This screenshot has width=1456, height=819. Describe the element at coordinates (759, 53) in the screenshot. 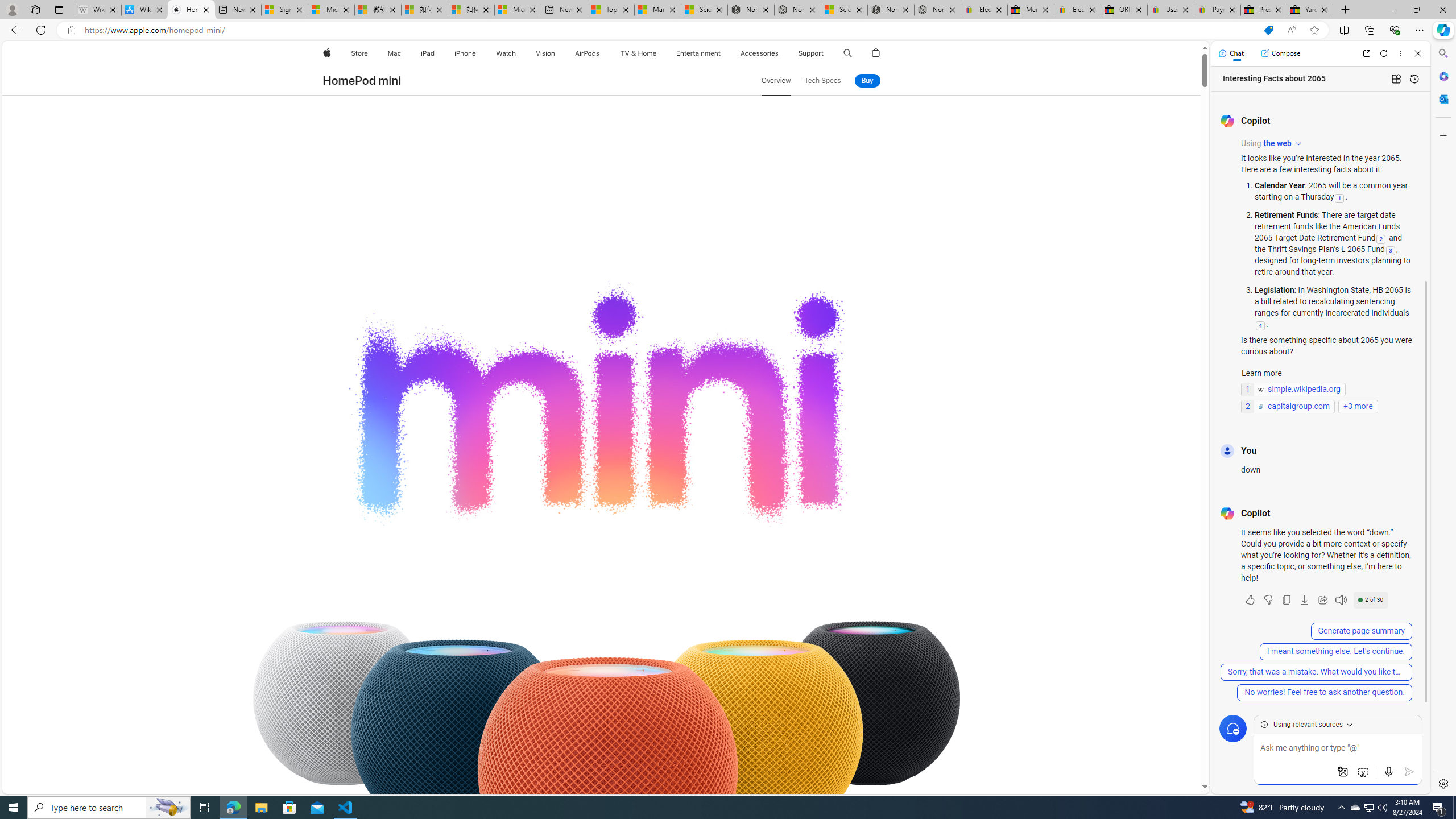

I see `'Accessories'` at that location.